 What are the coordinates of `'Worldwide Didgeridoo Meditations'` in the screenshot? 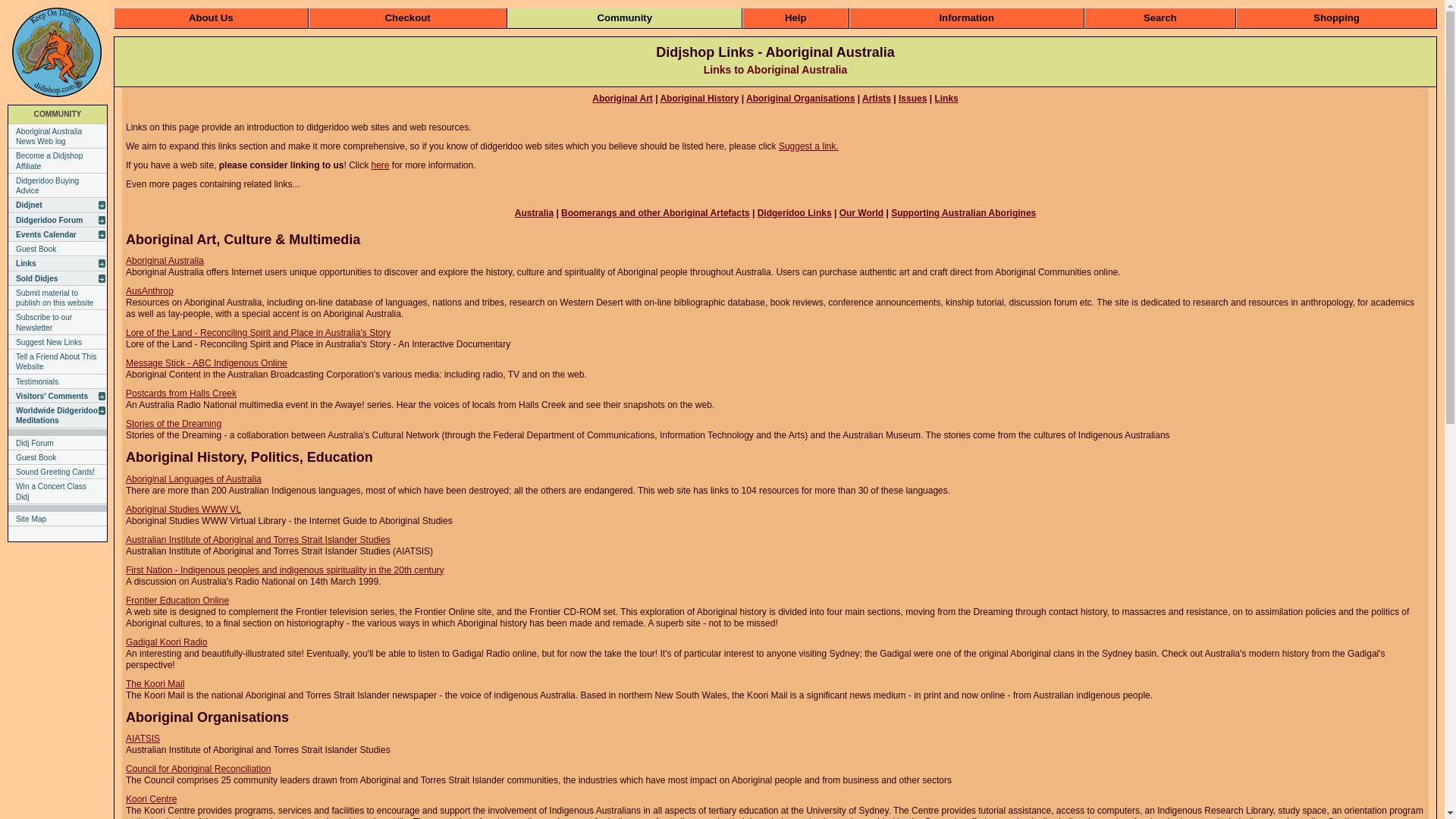 It's located at (57, 416).